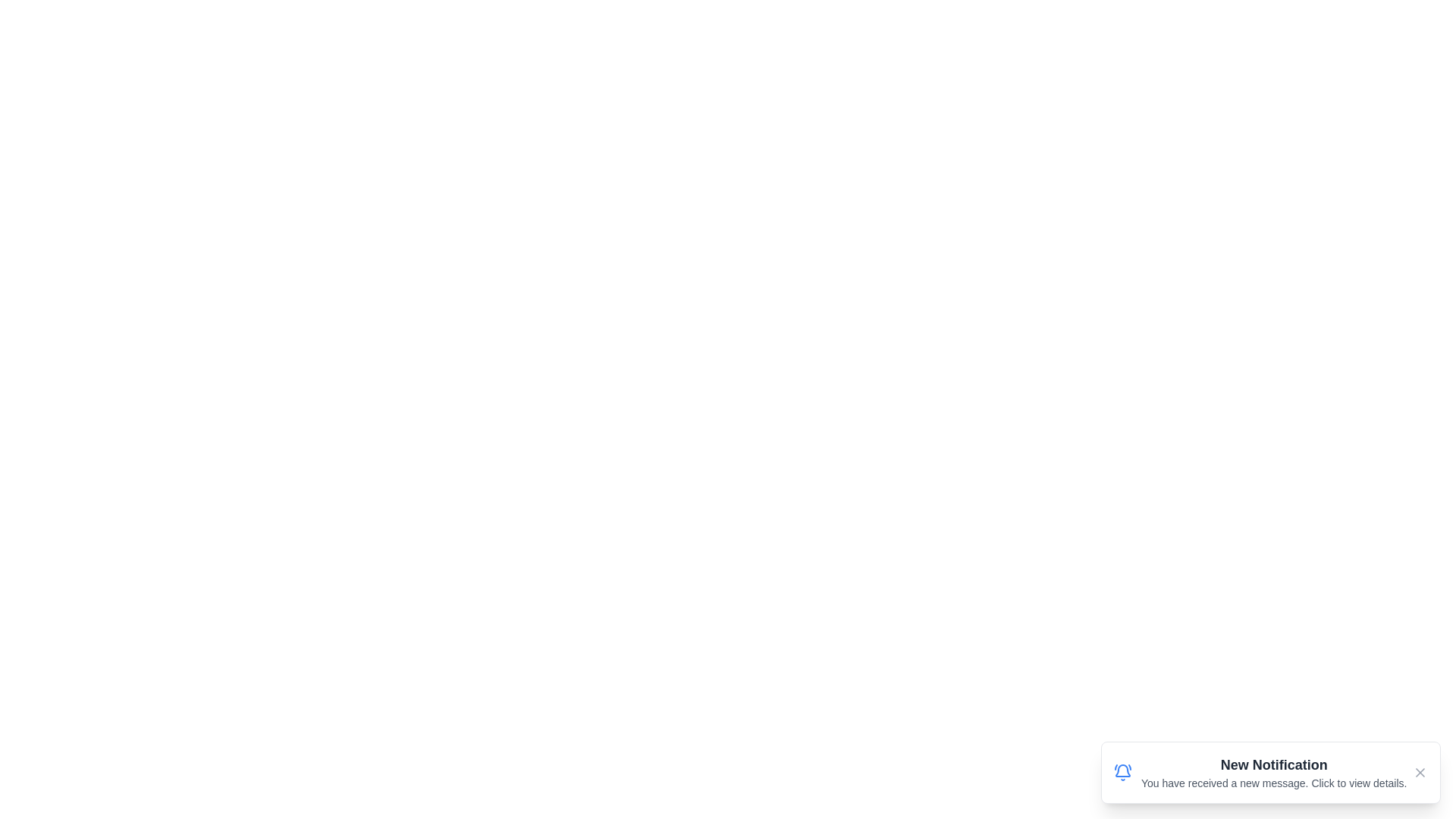  Describe the element at coordinates (1274, 783) in the screenshot. I see `text paragraph that states, 'You have received a new message. Click to view details.' positioned in the lower section of the notification box, below the 'New Notification' title` at that location.